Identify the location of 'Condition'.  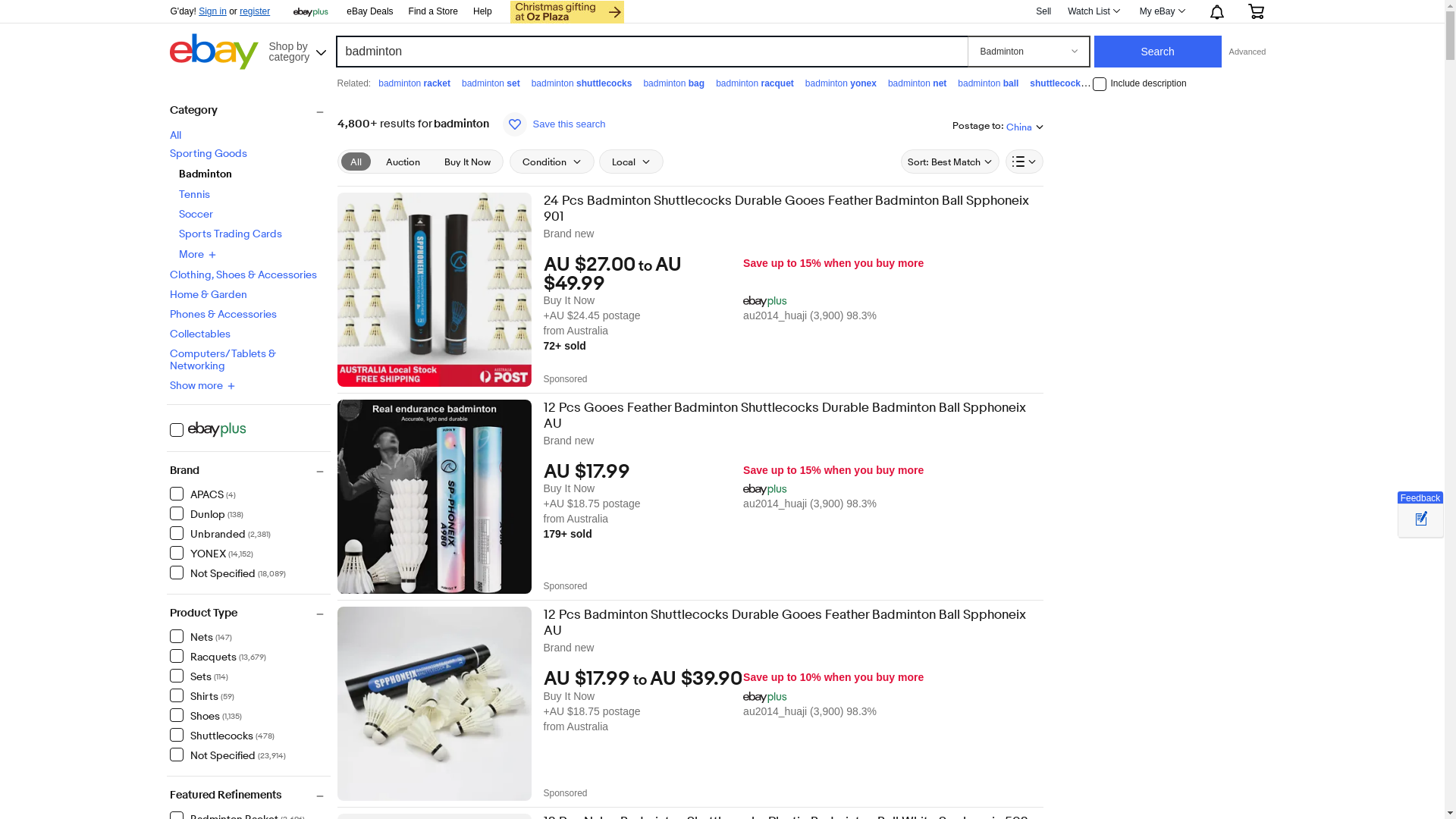
(551, 161).